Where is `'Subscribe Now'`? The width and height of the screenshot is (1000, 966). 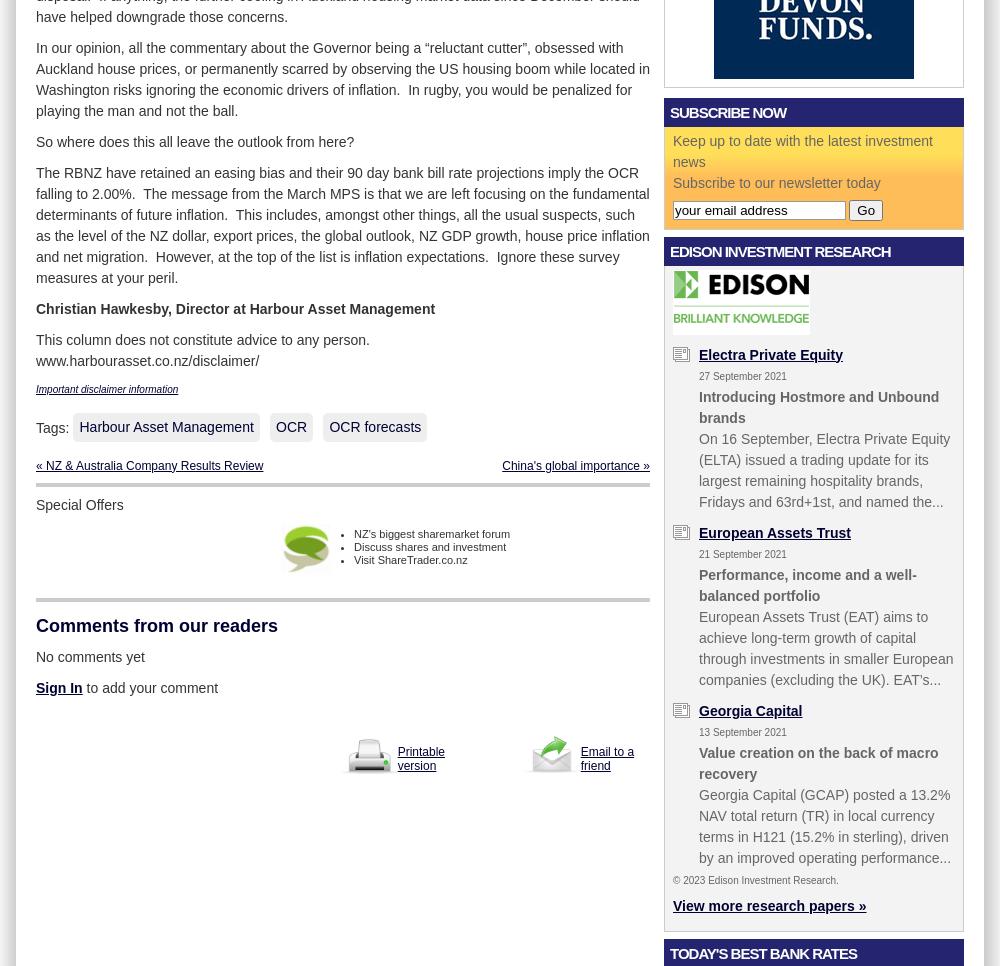
'Subscribe Now' is located at coordinates (670, 111).